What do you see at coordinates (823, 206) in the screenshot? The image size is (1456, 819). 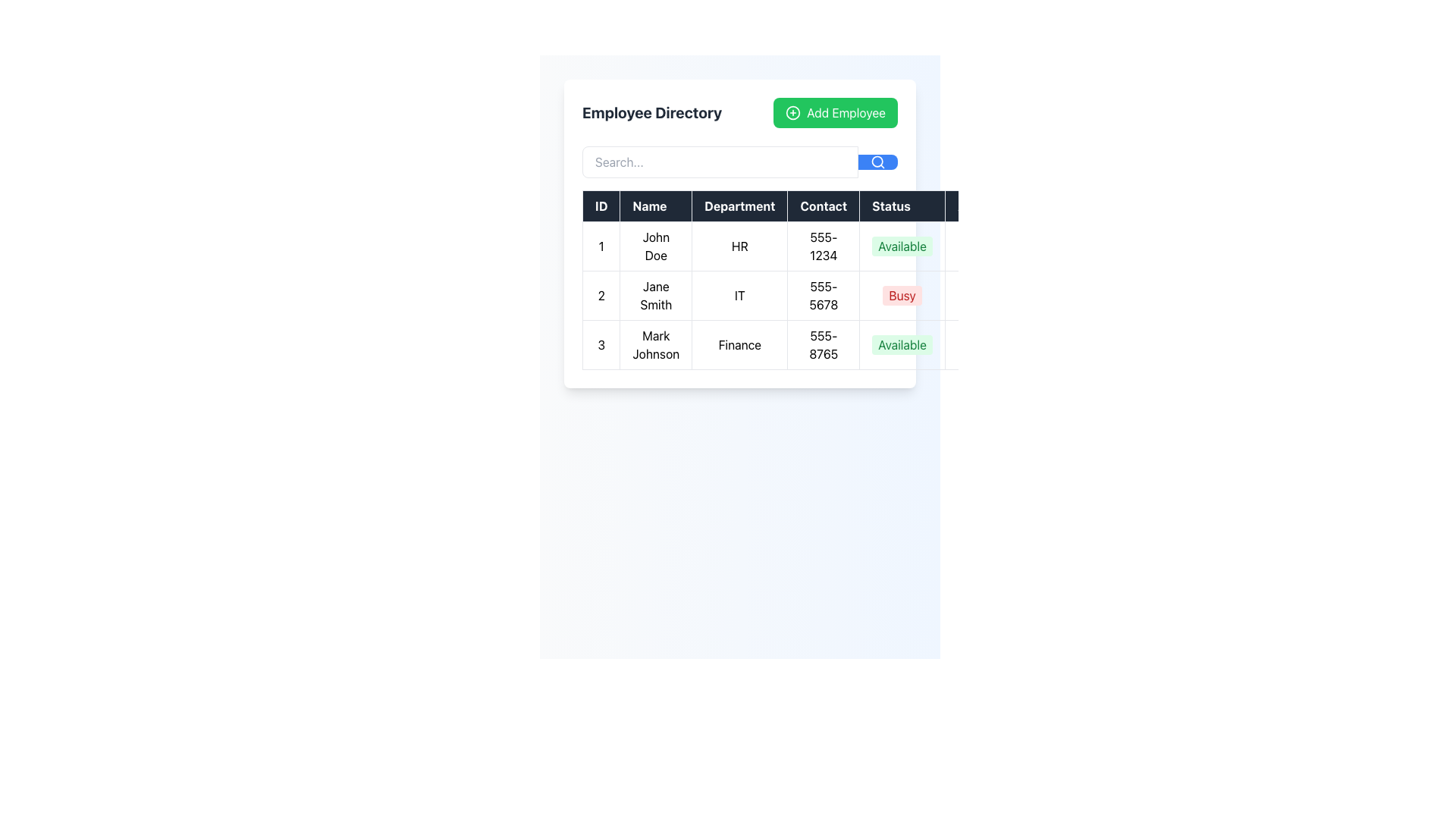 I see `the 'Contact' column header in the table, which is the fourth column header positioned after 'Department' and before 'Status'` at bounding box center [823, 206].